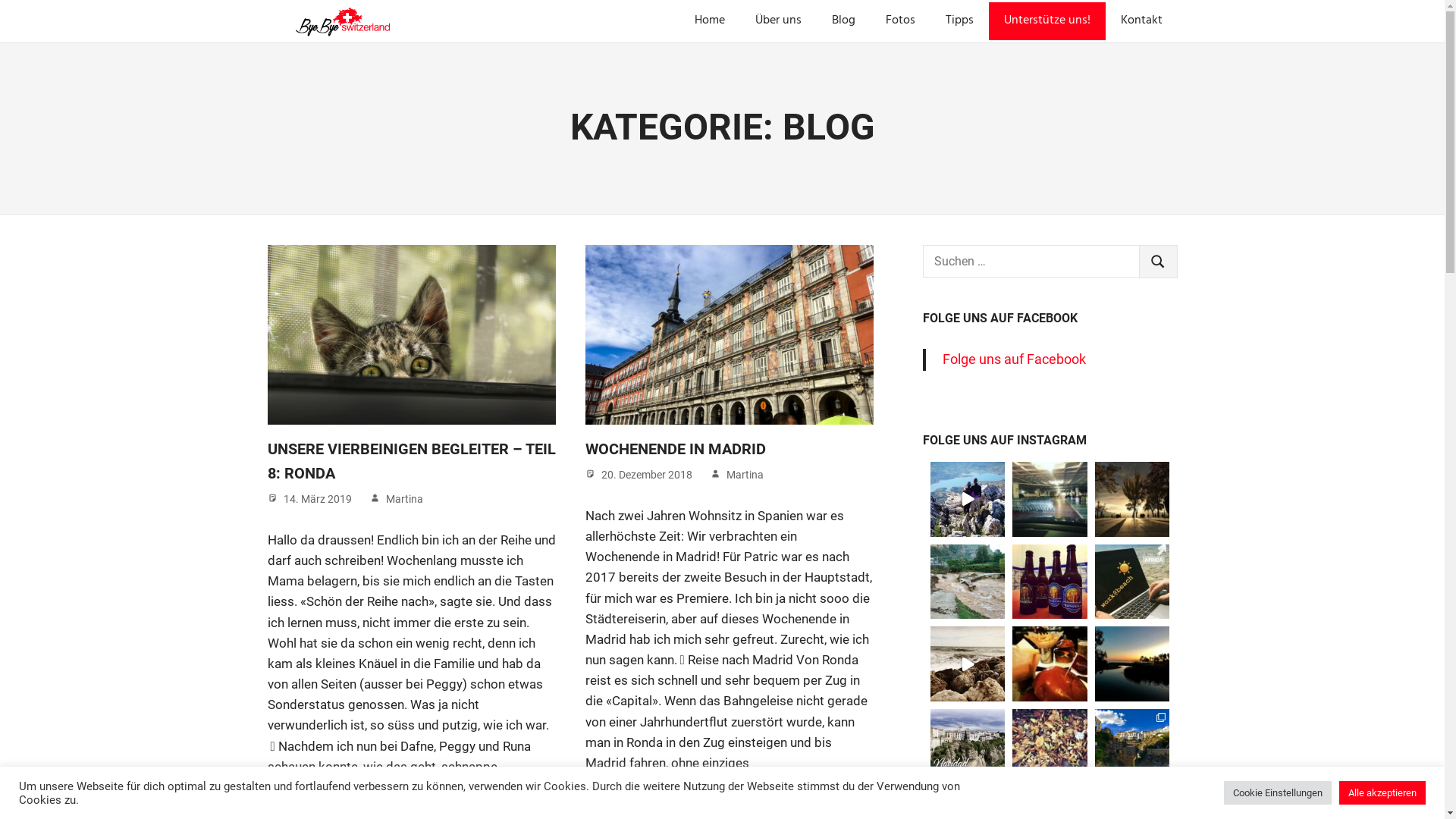 The image size is (1456, 819). I want to click on 'FOLGE UNS AUF FACEBOOK', so click(999, 317).